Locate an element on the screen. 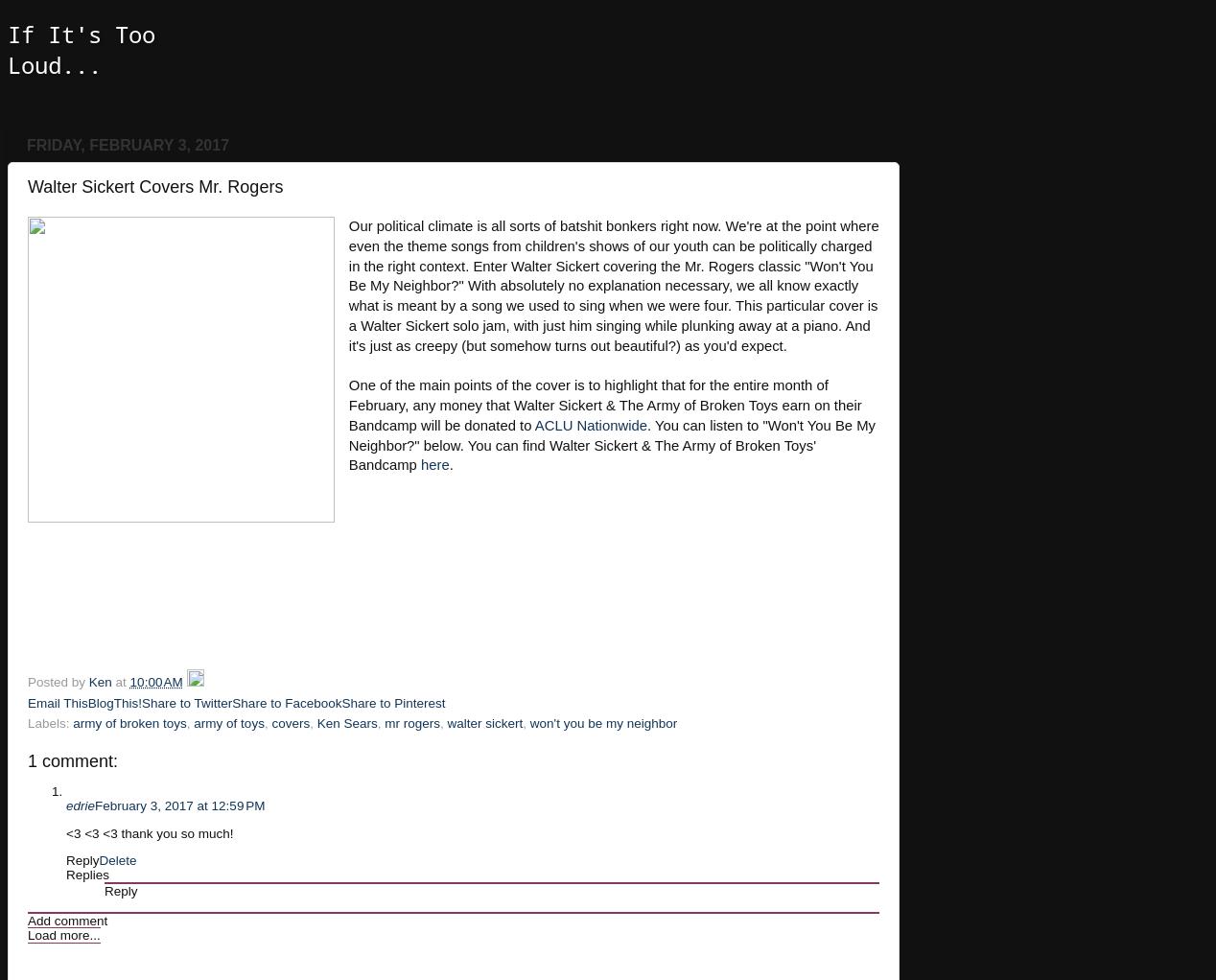 The width and height of the screenshot is (1216, 980). 'Posted by' is located at coordinates (57, 682).